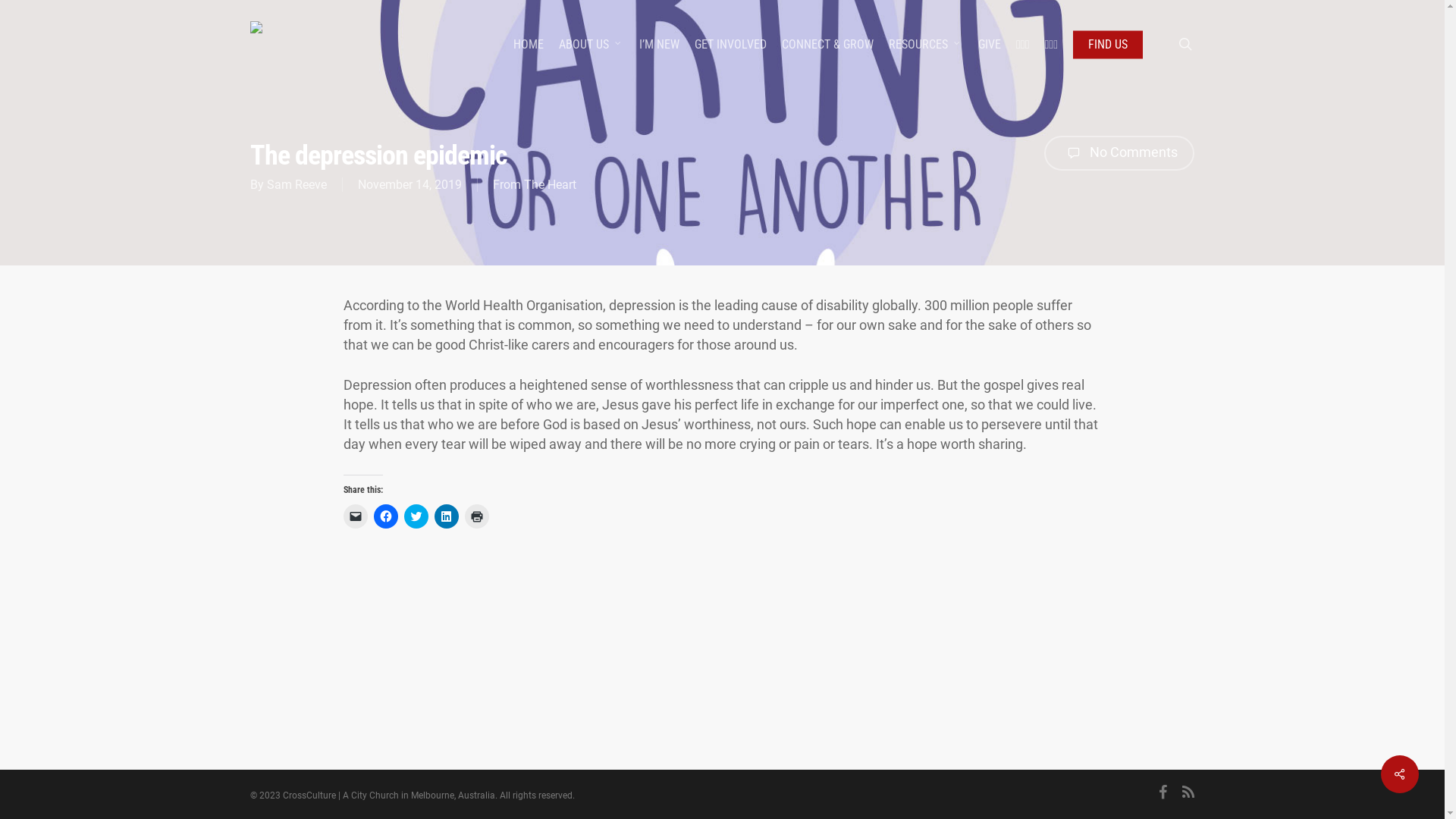 The image size is (1456, 819). What do you see at coordinates (1162, 792) in the screenshot?
I see `'facebook'` at bounding box center [1162, 792].